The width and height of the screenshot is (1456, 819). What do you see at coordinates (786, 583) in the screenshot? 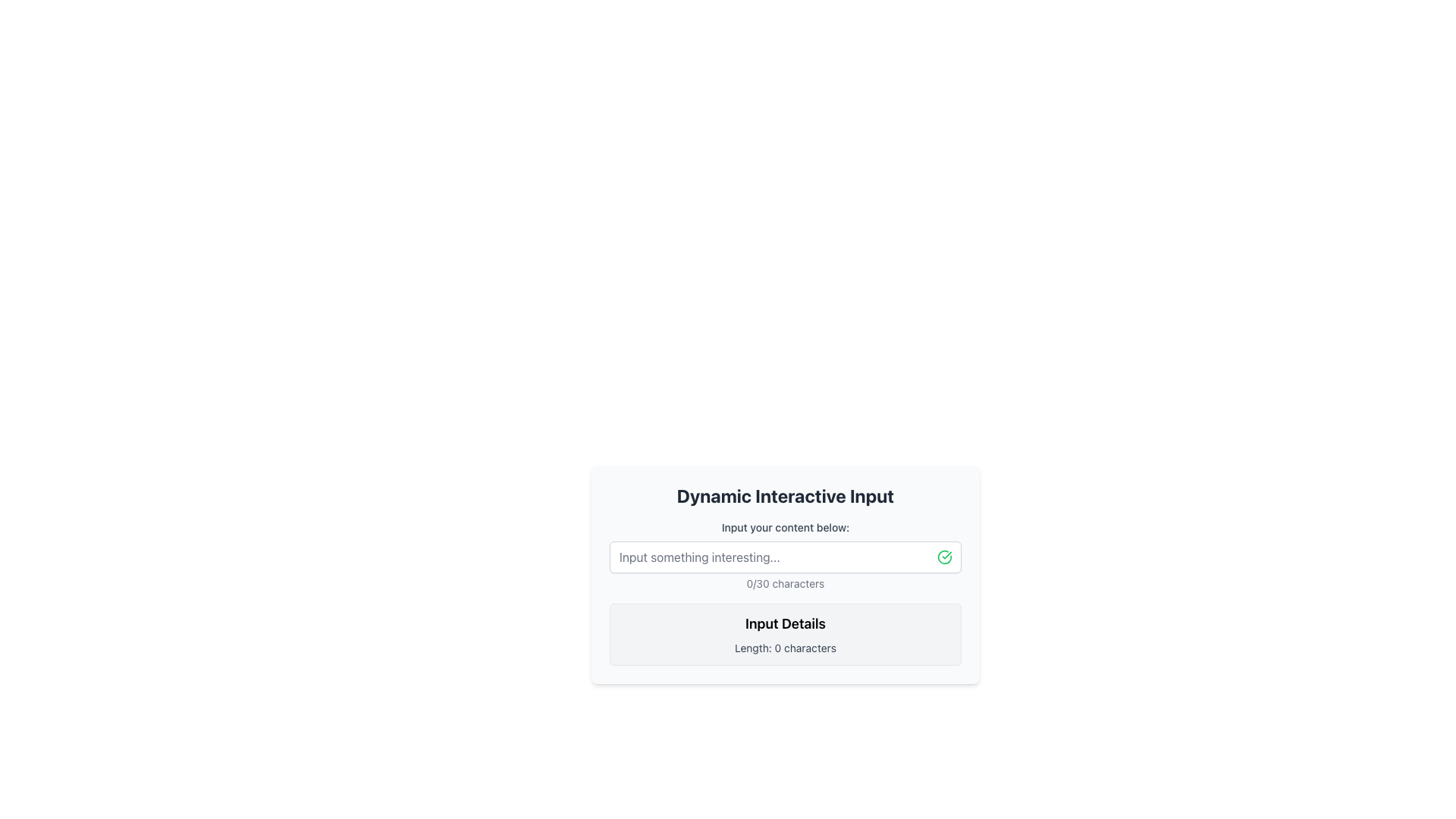
I see `the text label that indicates the number of characters entered relative to the maximum limit of 30, positioned just below the input field labeled 'Input your content below'` at bounding box center [786, 583].